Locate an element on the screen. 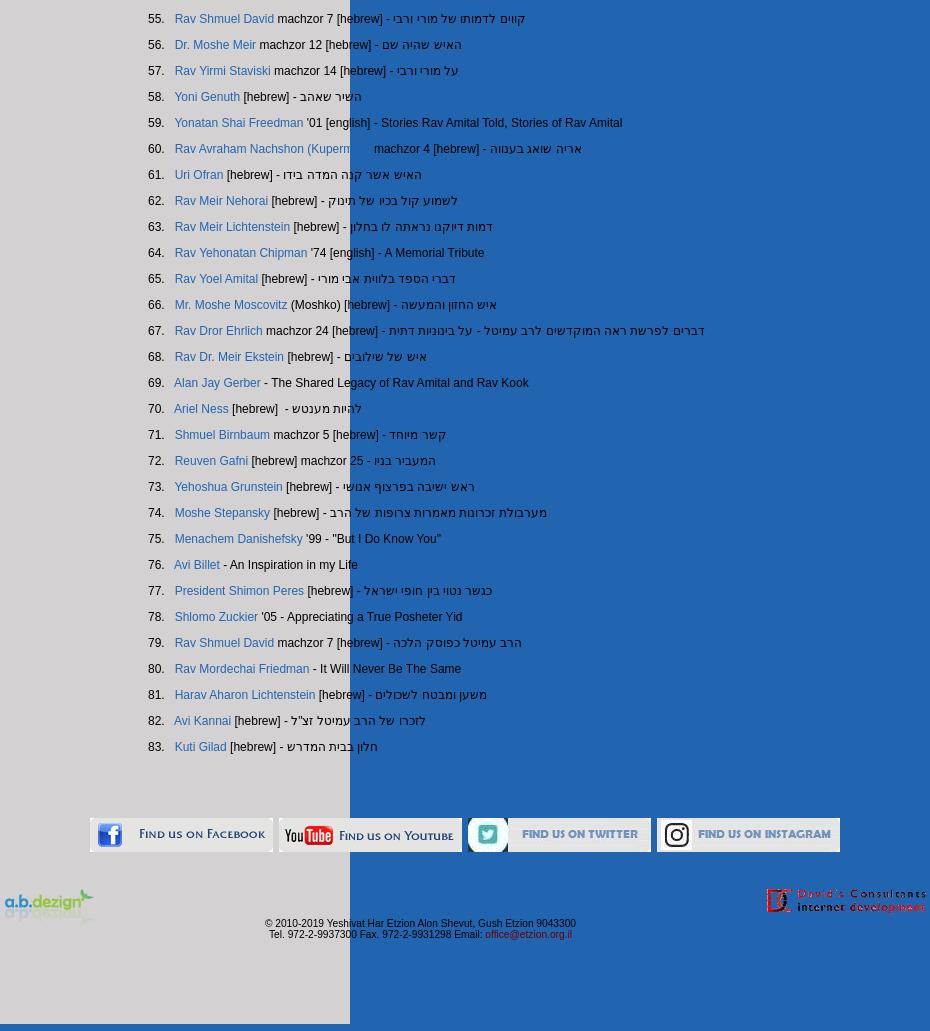 The height and width of the screenshot is (1031, 930). '72.' is located at coordinates (159, 460).